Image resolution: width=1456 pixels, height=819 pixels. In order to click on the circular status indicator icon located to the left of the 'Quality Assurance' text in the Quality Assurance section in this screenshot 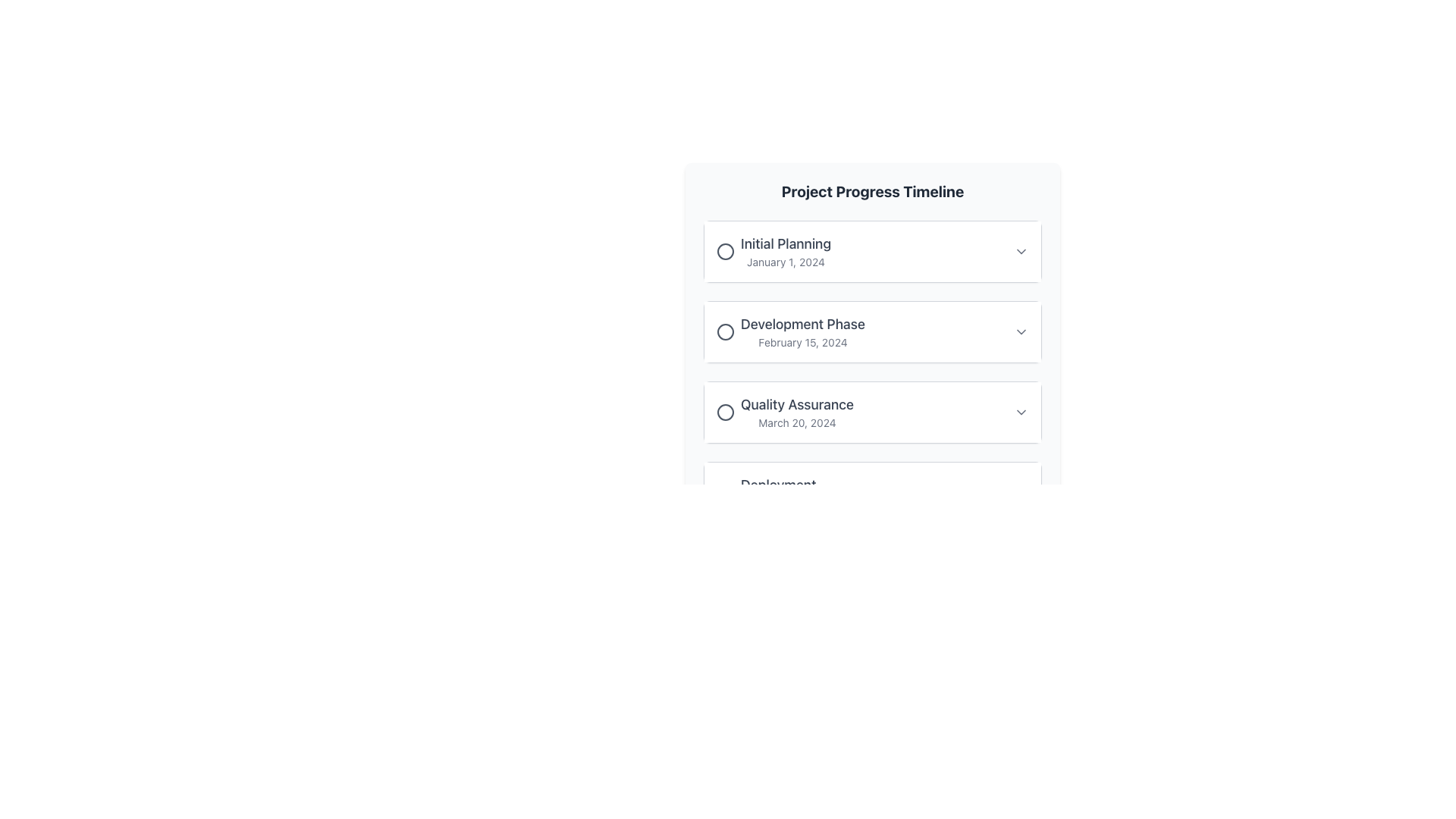, I will do `click(724, 412)`.